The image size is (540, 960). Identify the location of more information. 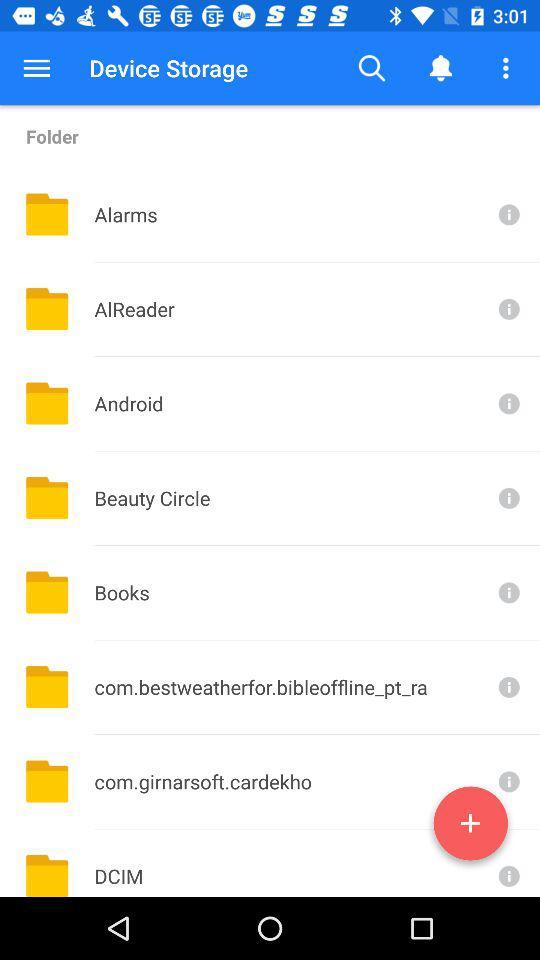
(507, 862).